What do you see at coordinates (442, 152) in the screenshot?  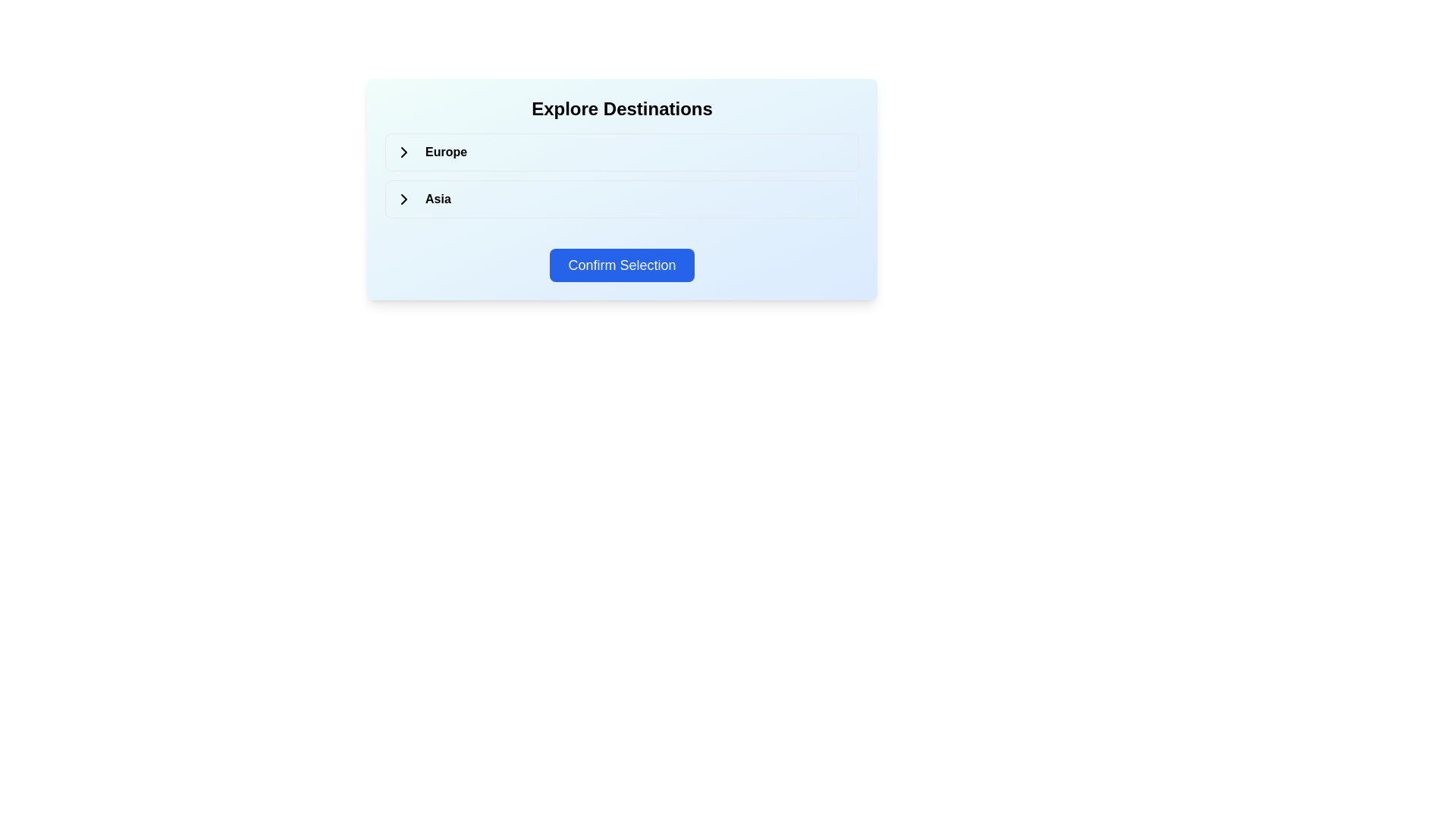 I see `the text label that indicates a selectable option for a destination, located to the right of a chevron icon under the 'Explore Destinations' heading` at bounding box center [442, 152].